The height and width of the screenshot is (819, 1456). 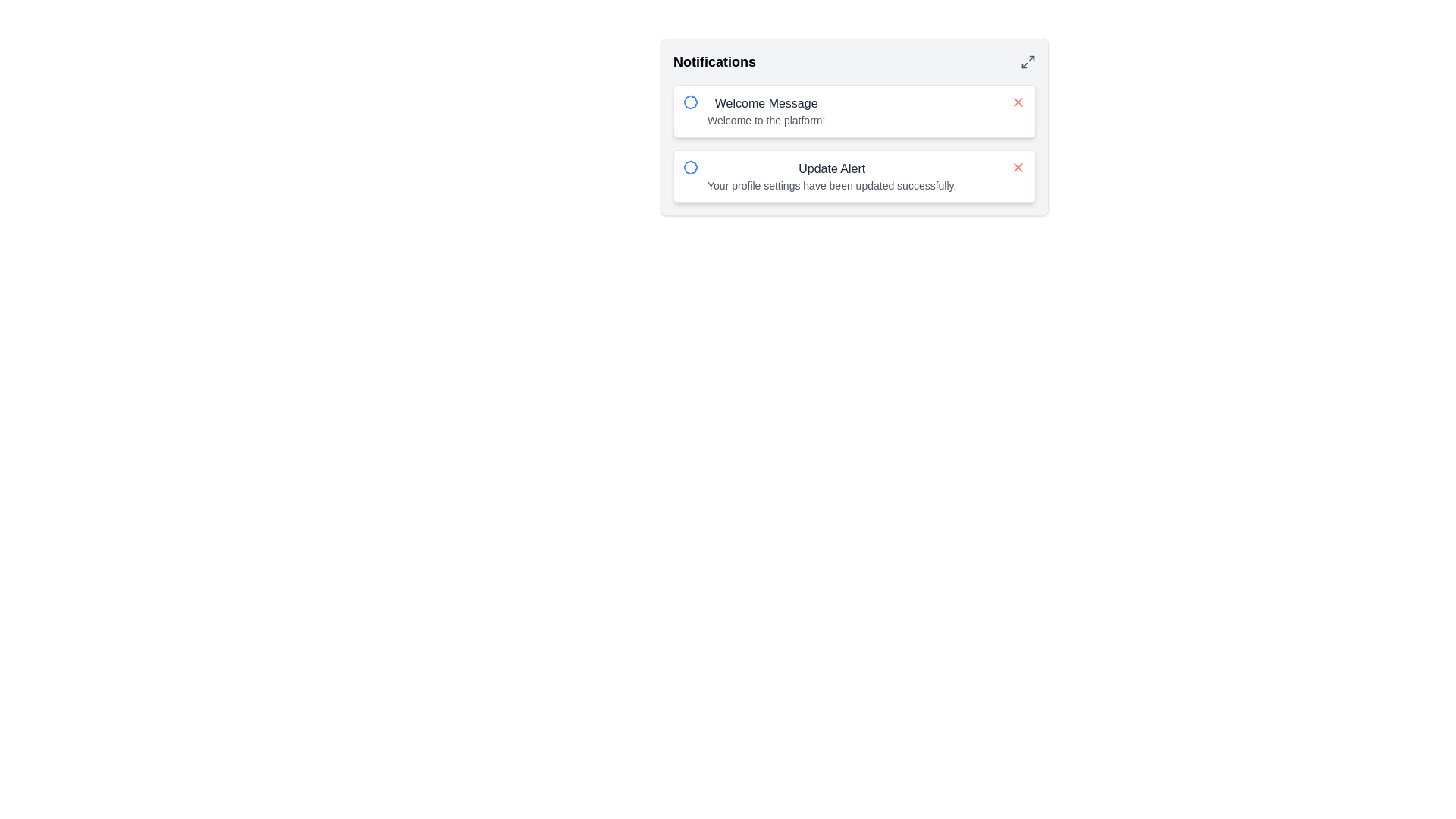 What do you see at coordinates (1018, 167) in the screenshot?
I see `the close button located at the top-right corner of the notification card titled 'Update Alert'` at bounding box center [1018, 167].